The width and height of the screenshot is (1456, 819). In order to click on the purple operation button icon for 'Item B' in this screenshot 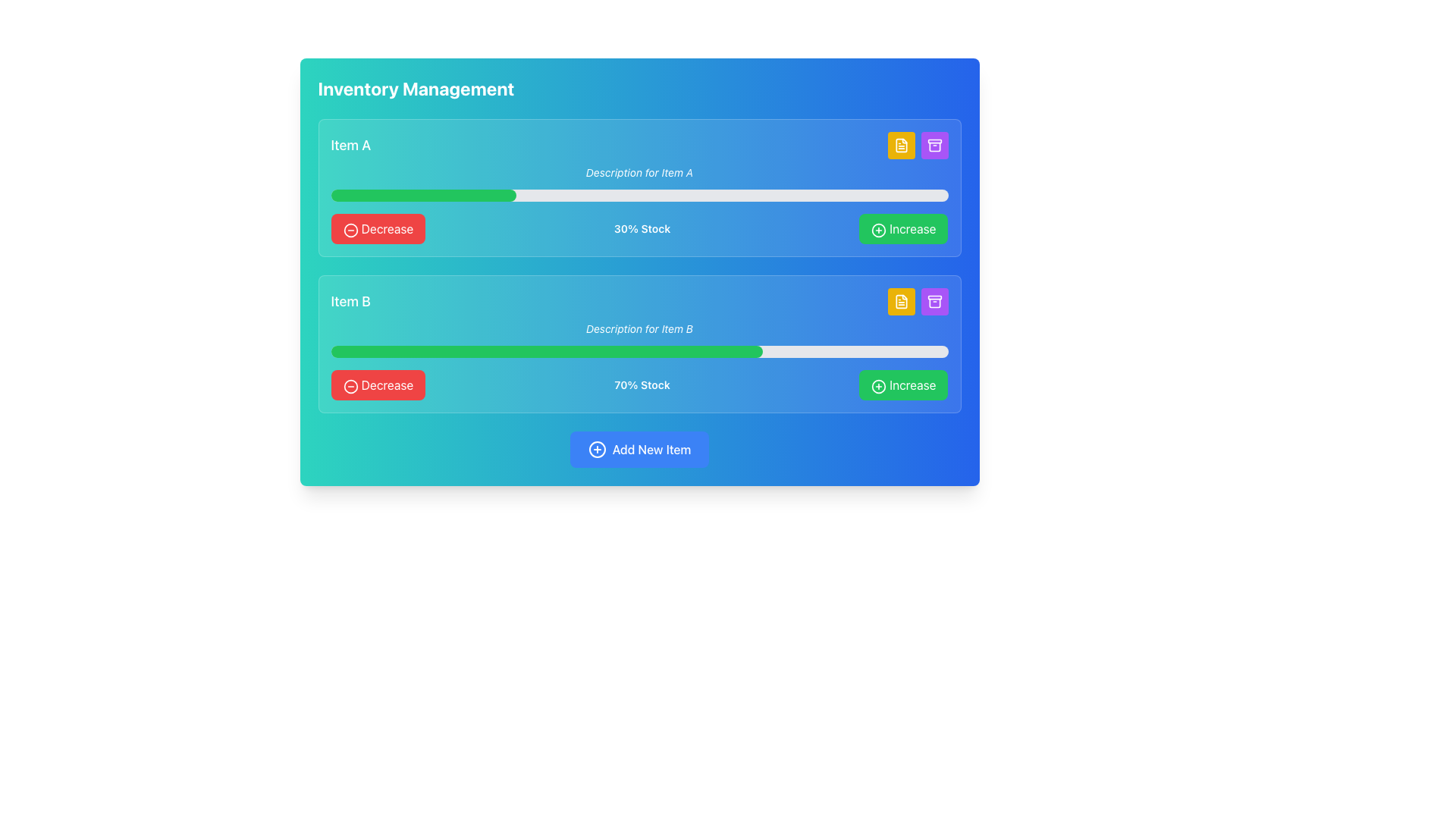, I will do `click(934, 301)`.